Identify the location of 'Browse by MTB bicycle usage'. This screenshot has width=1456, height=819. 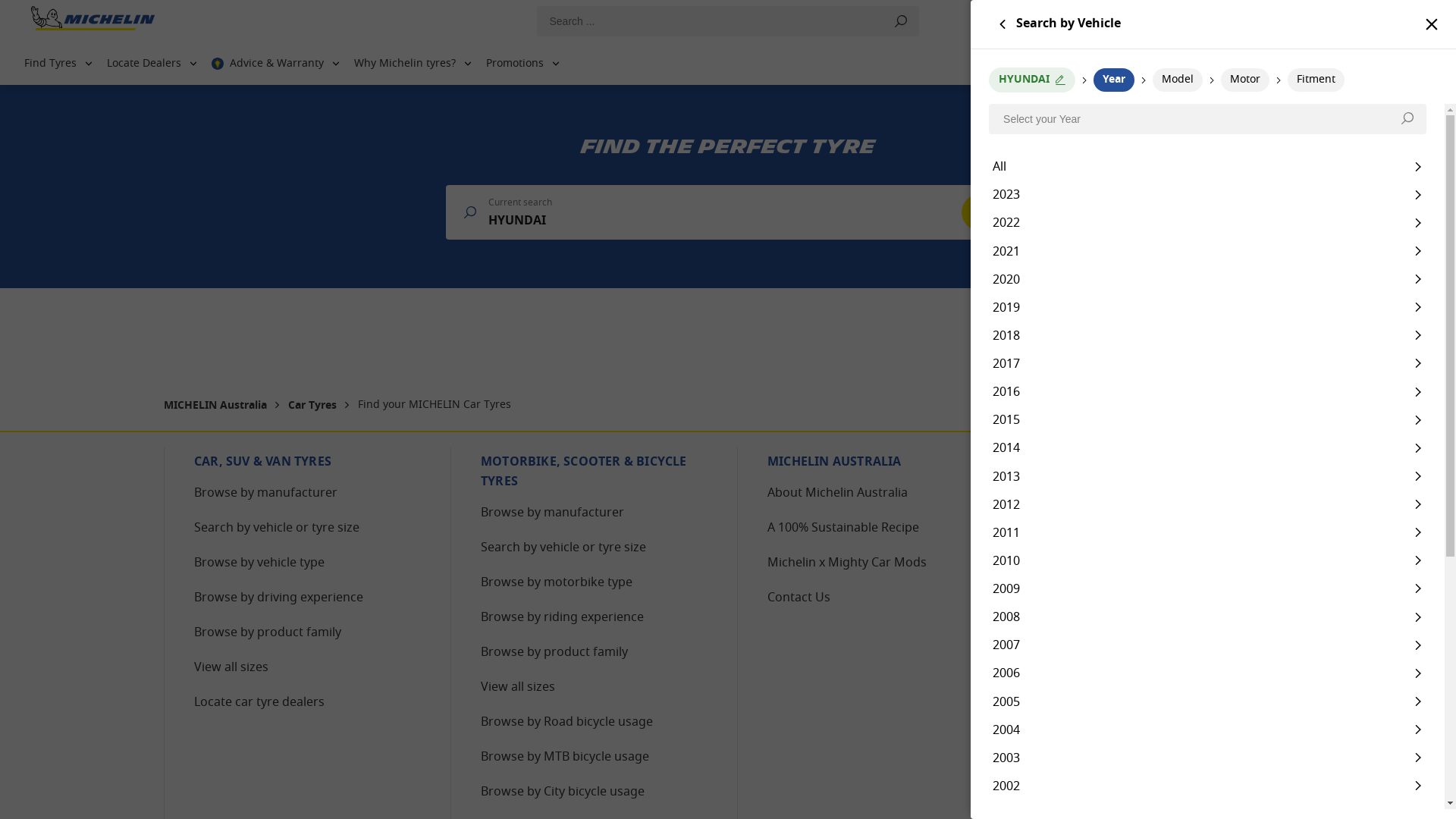
(563, 758).